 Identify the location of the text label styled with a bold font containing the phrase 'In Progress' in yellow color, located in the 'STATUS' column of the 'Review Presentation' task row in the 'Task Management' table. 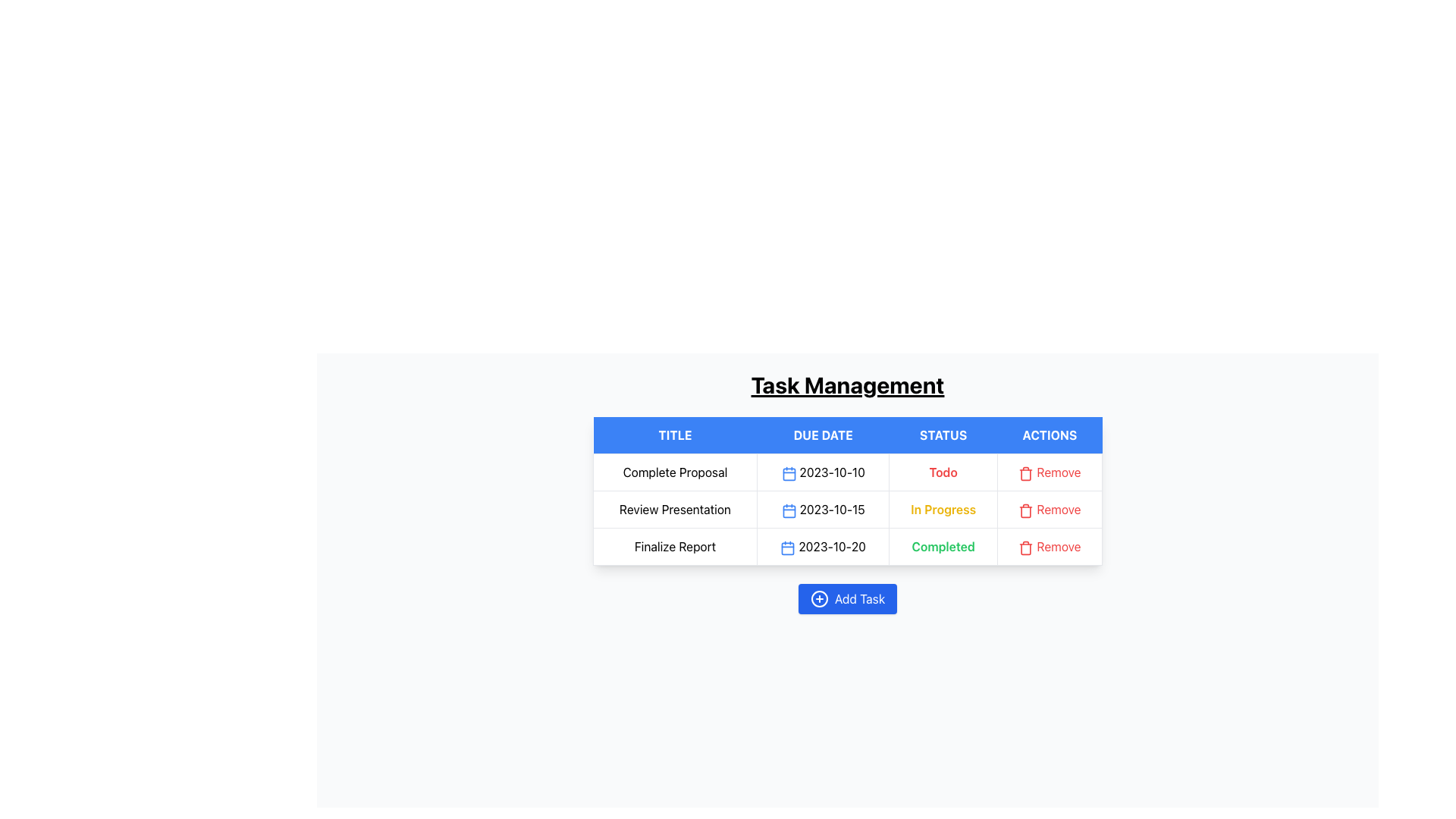
(943, 509).